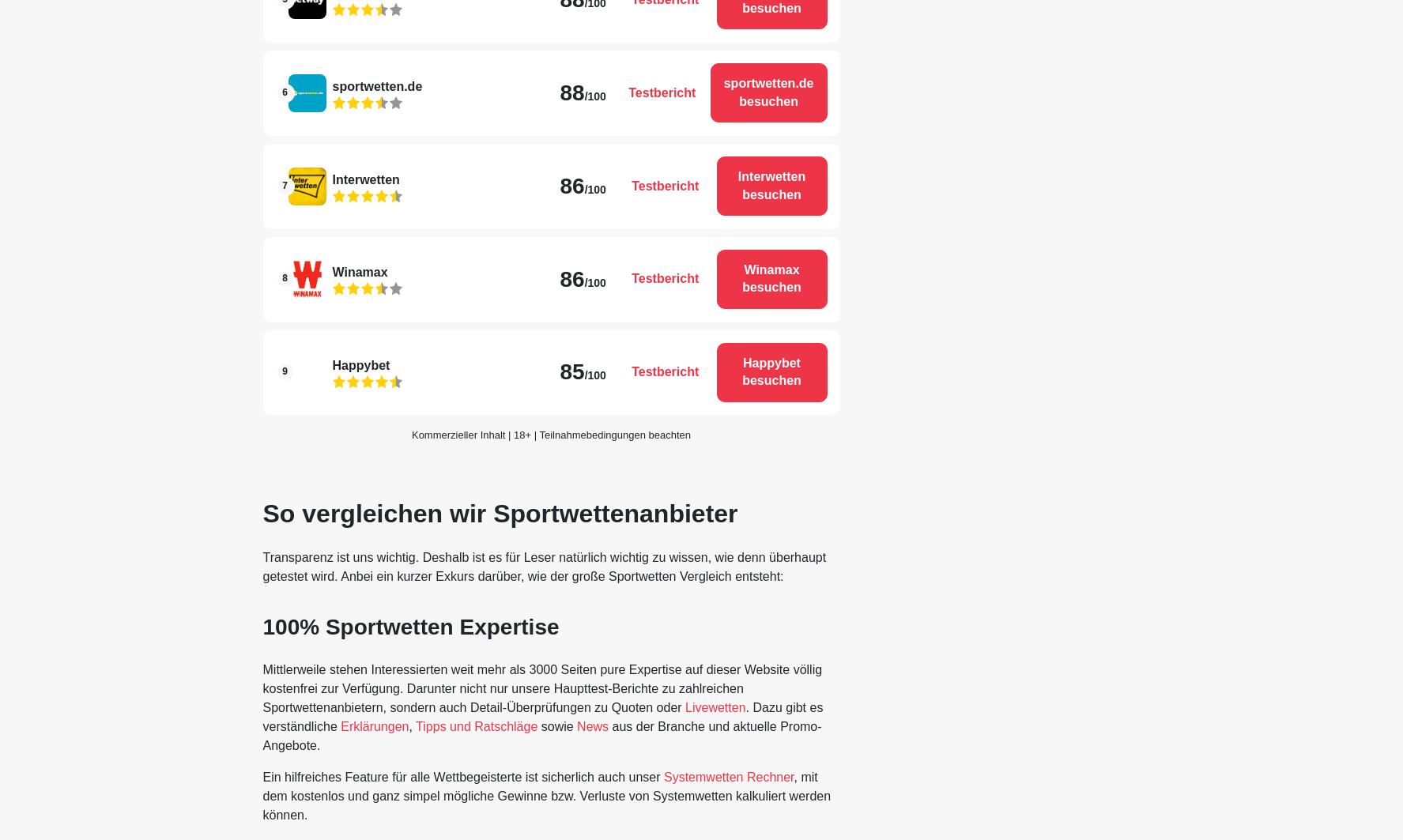 This screenshot has height=840, width=1403. I want to click on 'Erklärungen', so click(340, 725).